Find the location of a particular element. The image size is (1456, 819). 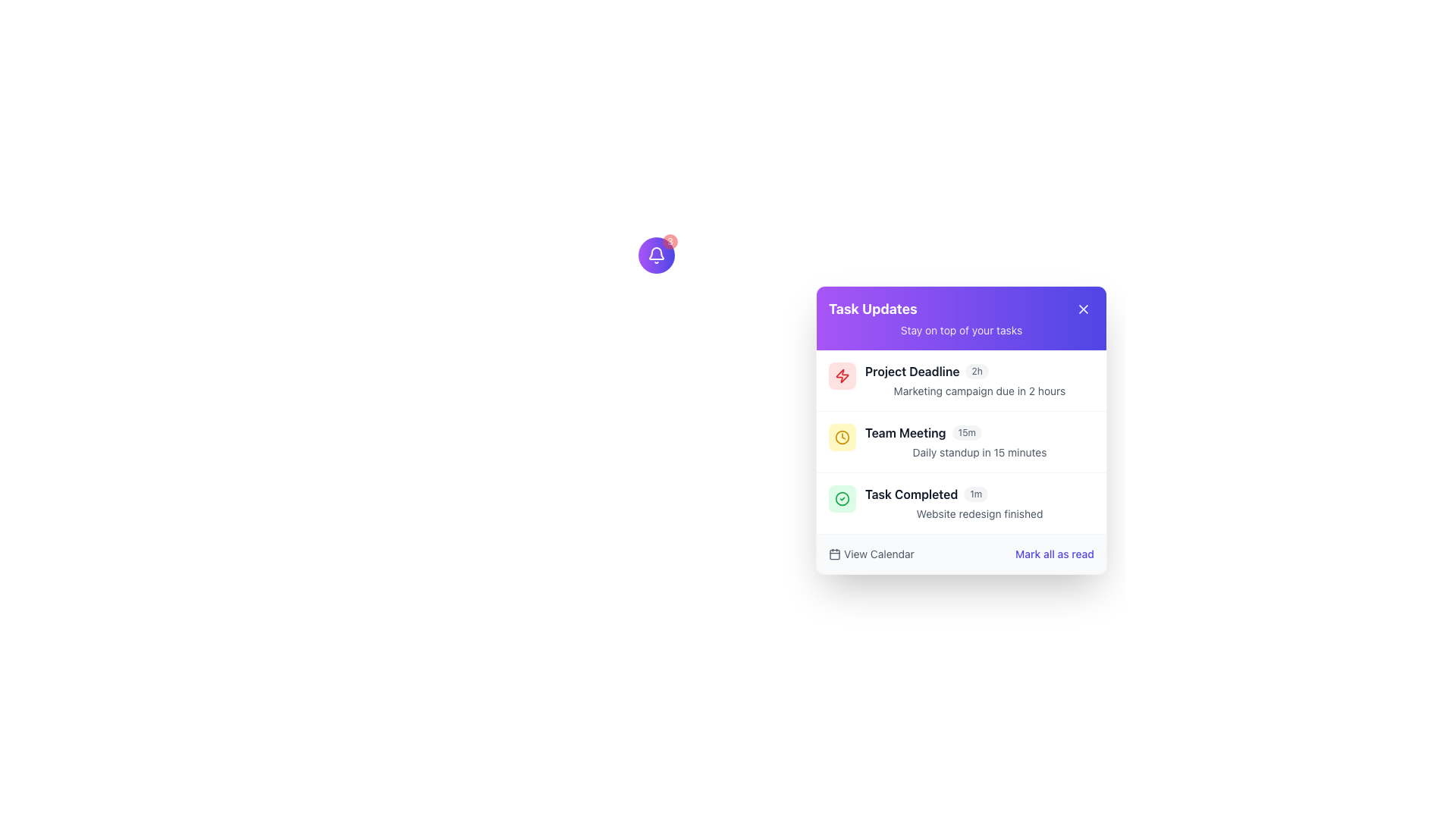

the timestamp label that indicates the task was completed one minute ago, located to the right of the 'Task Completed' text in the 'Task Updates' section is located at coordinates (976, 494).